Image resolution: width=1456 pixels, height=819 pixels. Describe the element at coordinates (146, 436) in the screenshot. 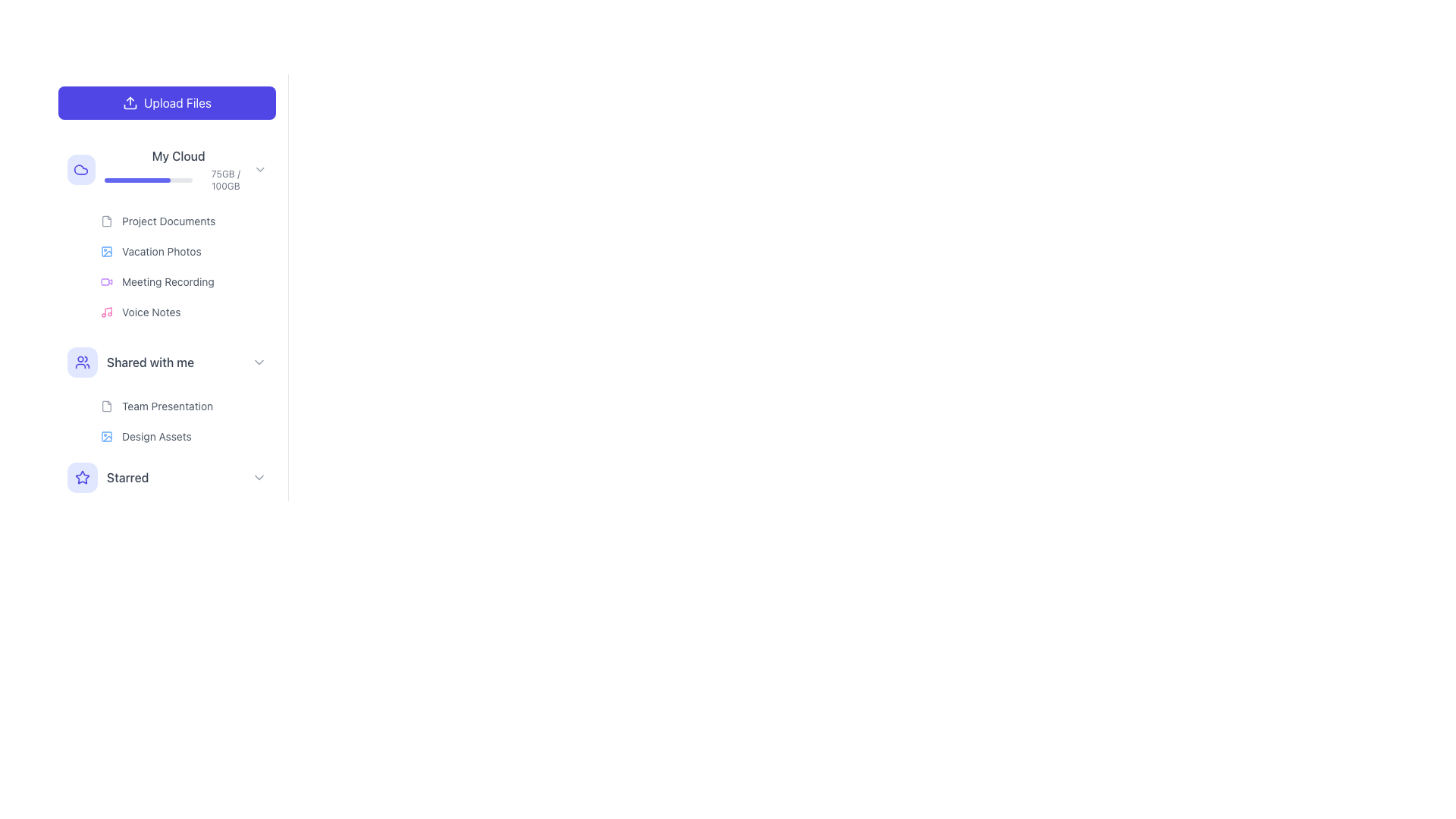

I see `the 'Design Assets' text label located in the sidebar under 'Shared with me'` at that location.